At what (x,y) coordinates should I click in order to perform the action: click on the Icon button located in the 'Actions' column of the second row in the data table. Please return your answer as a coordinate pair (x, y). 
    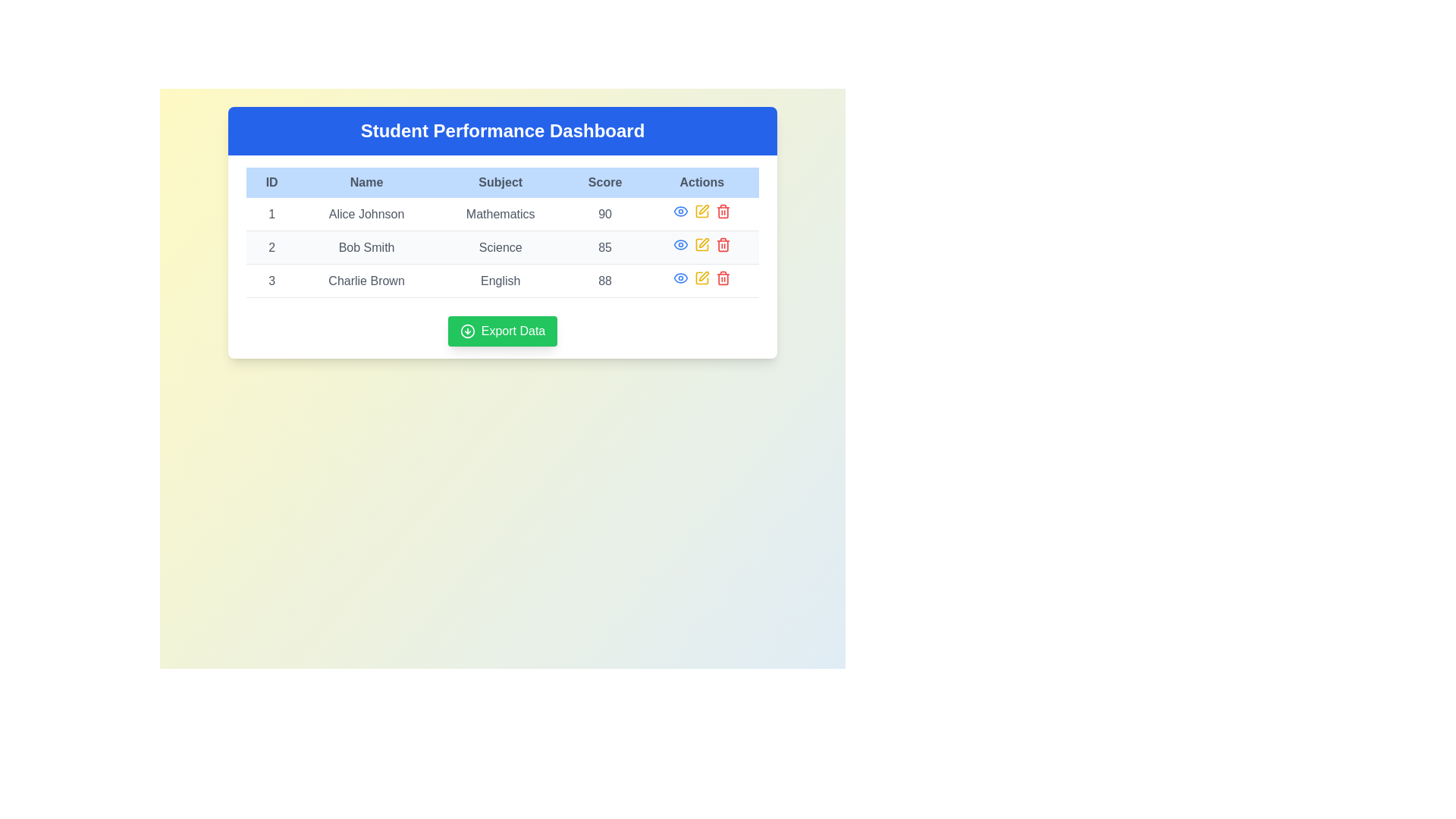
    Looking at the image, I should click on (679, 244).